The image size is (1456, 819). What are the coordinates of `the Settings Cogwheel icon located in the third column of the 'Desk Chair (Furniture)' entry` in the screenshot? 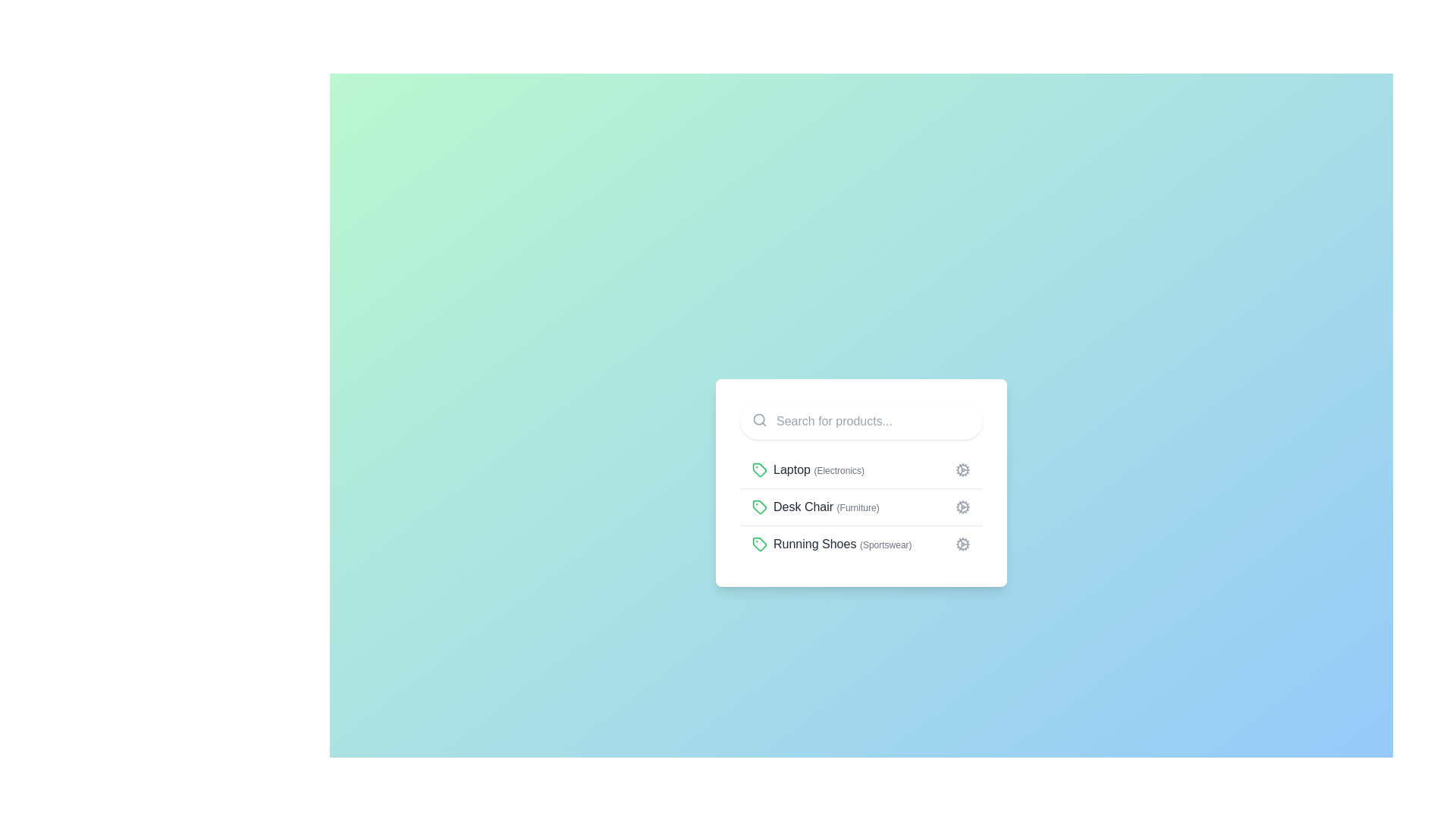 It's located at (962, 507).